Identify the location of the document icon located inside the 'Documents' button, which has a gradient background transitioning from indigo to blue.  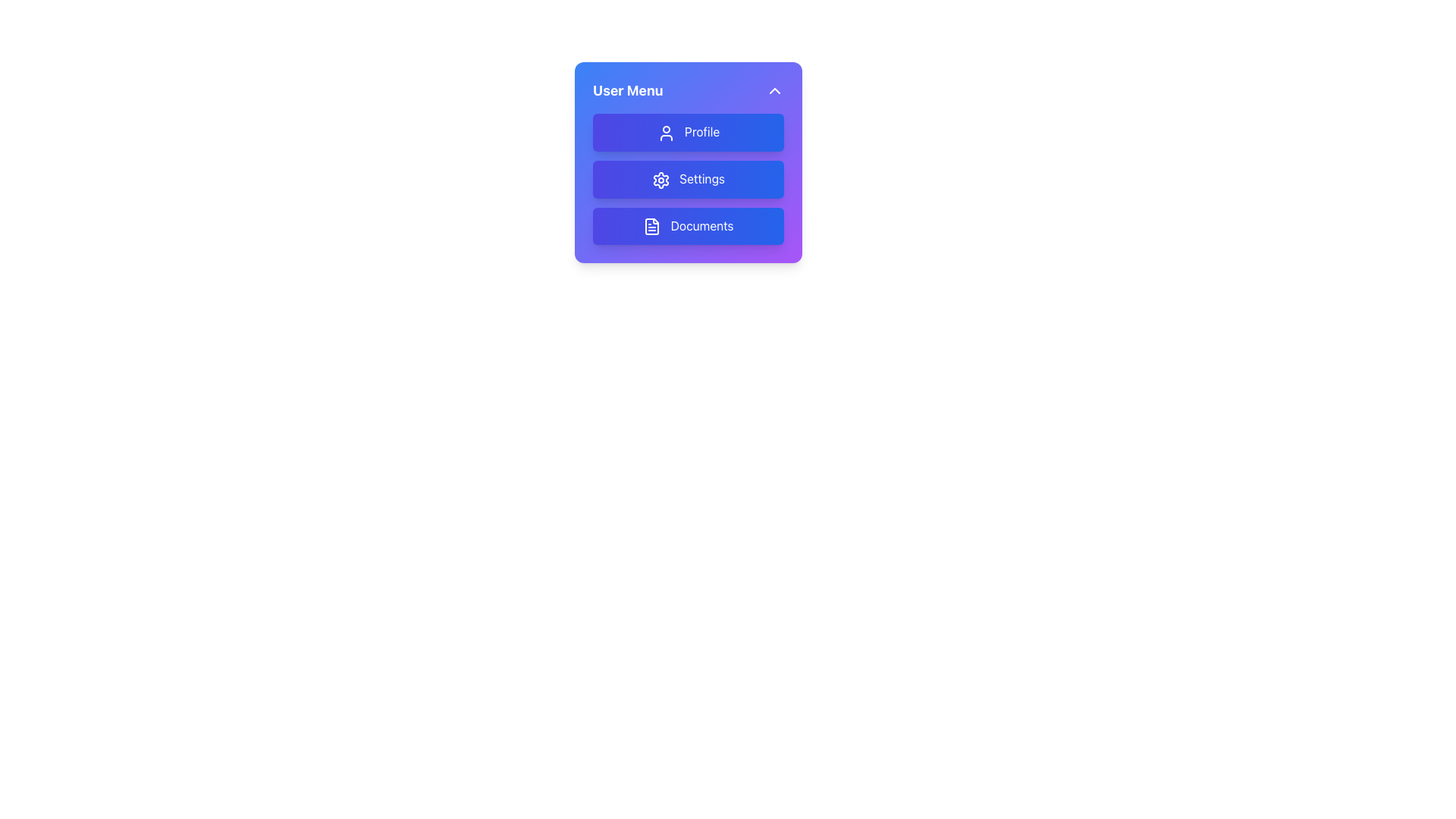
(652, 227).